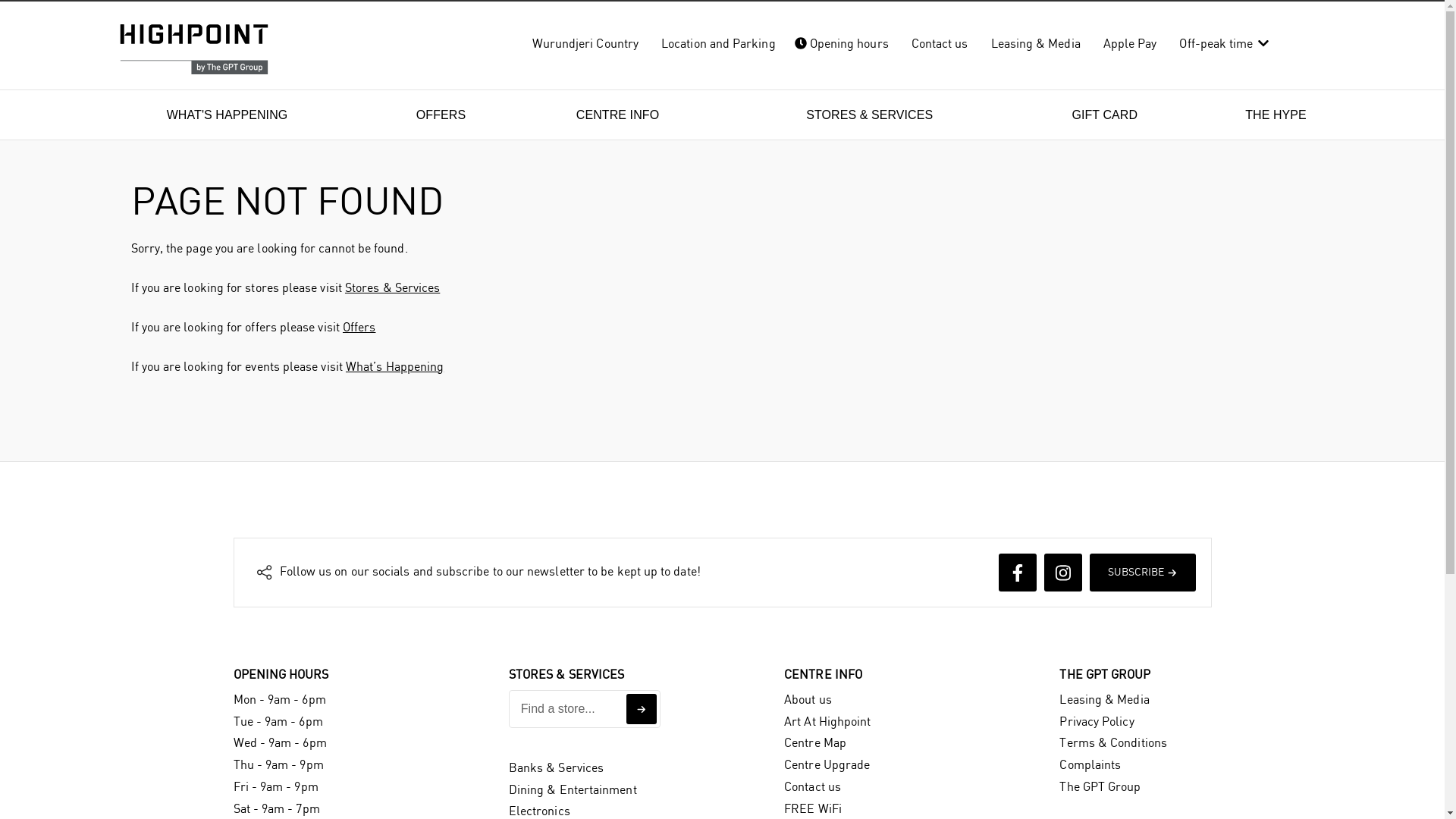 This screenshot has height=819, width=1456. Describe the element at coordinates (1058, 700) in the screenshot. I see `'Leasing & Media'` at that location.